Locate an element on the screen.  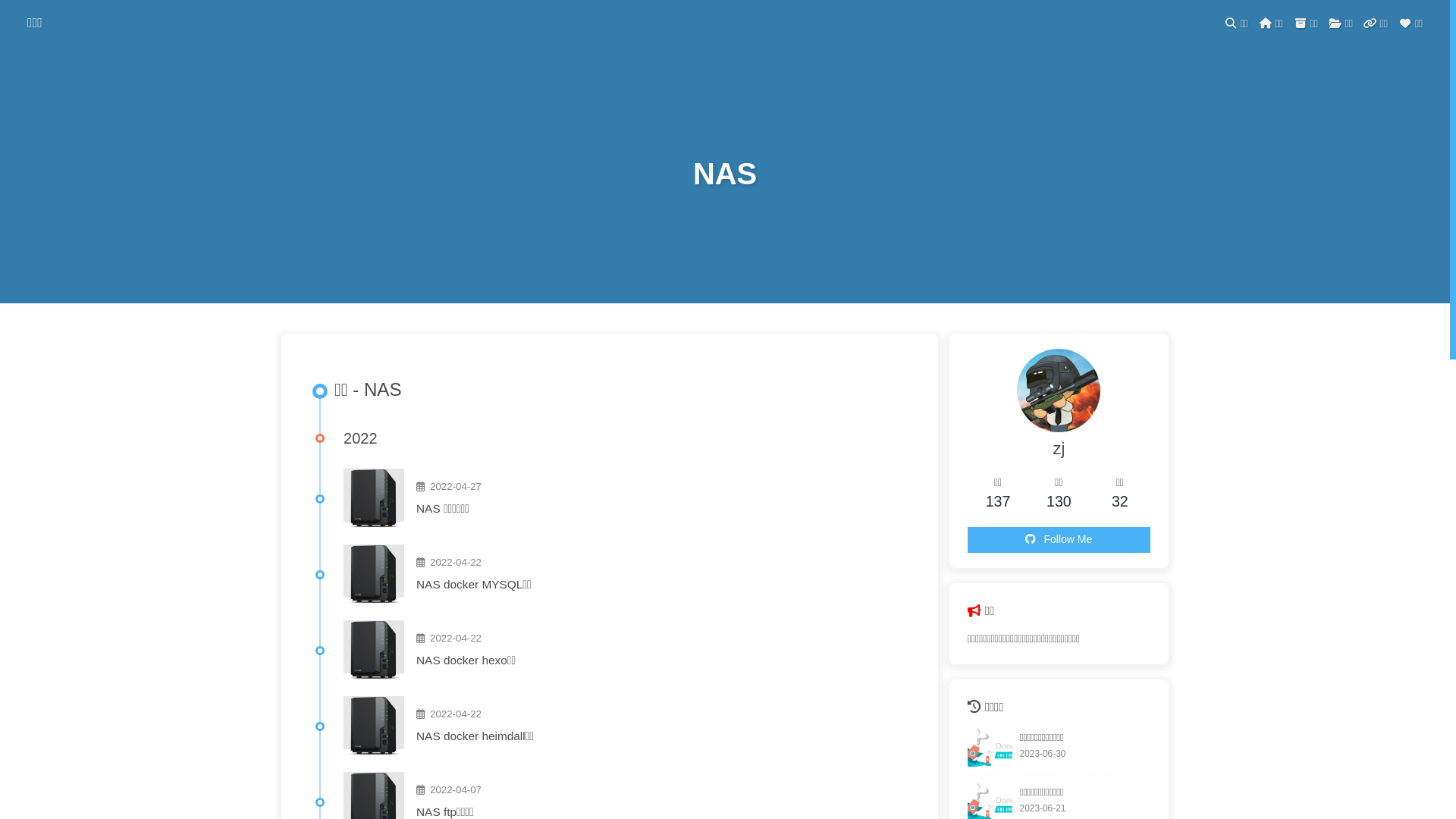
'Follow Me' is located at coordinates (1058, 539).